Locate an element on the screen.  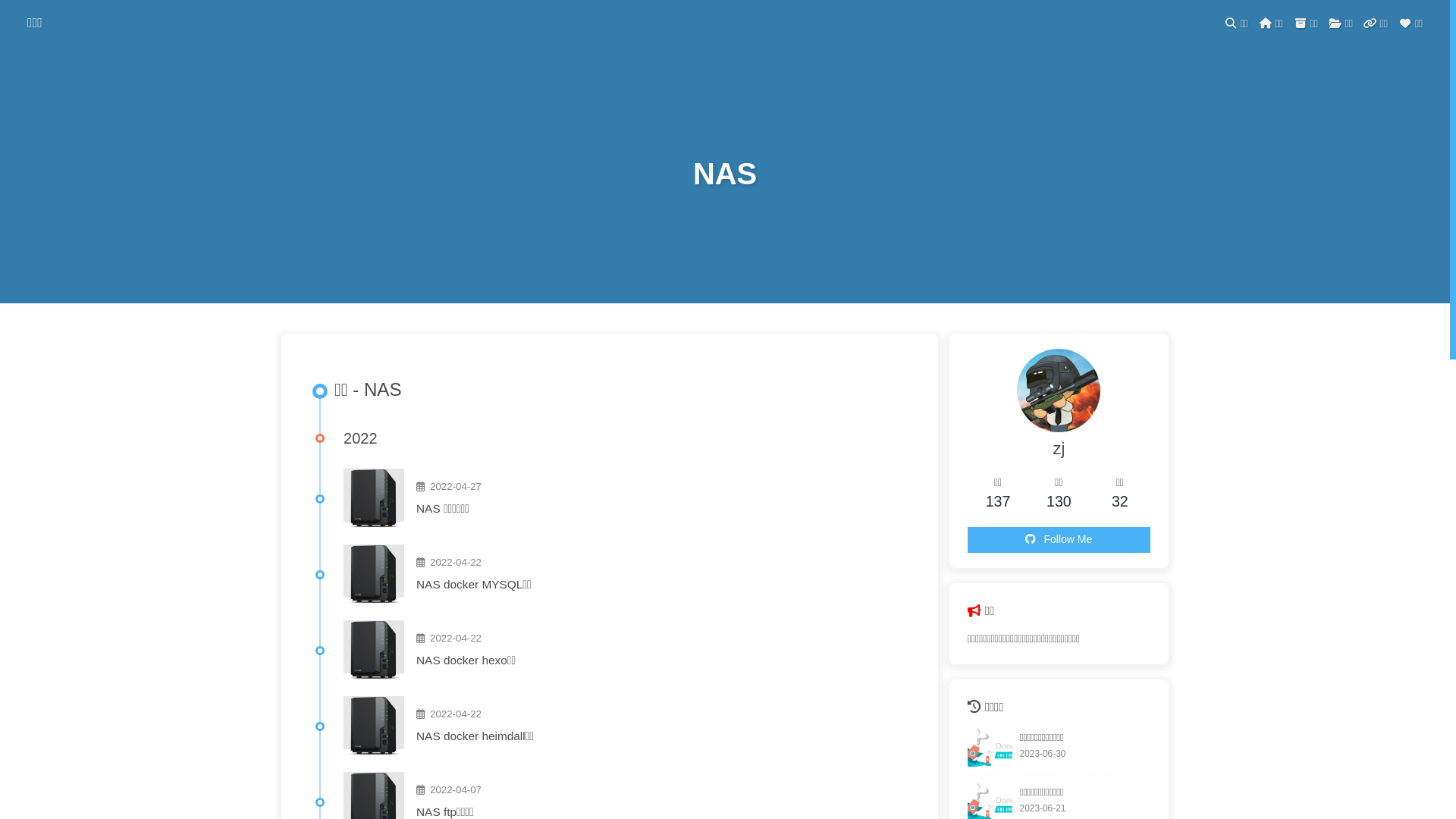
'Follow Me' is located at coordinates (1058, 539).